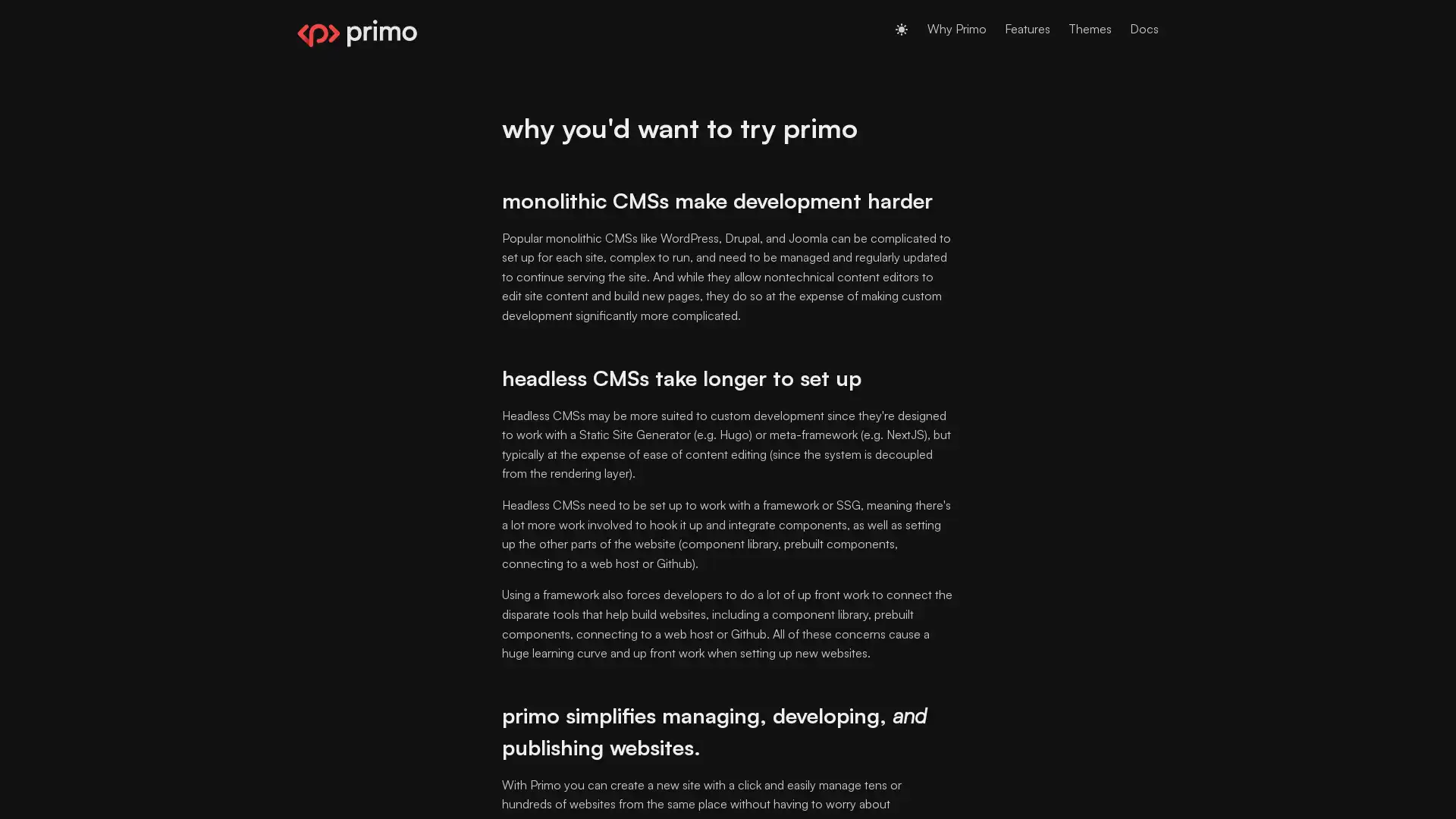  Describe the element at coordinates (902, 29) in the screenshot. I see `Toggle dark mode` at that location.